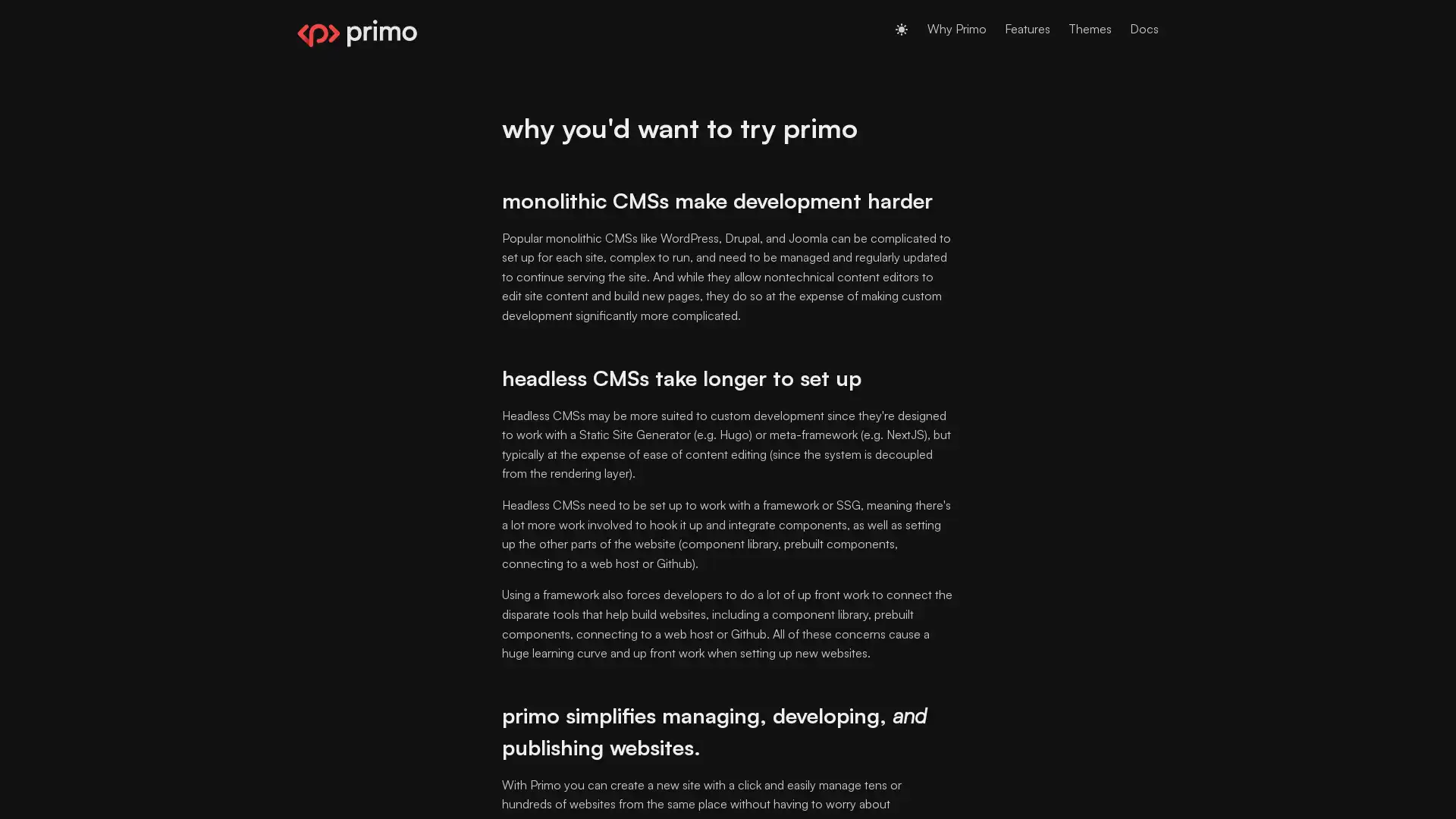  Describe the element at coordinates (902, 29) in the screenshot. I see `Toggle dark mode` at that location.